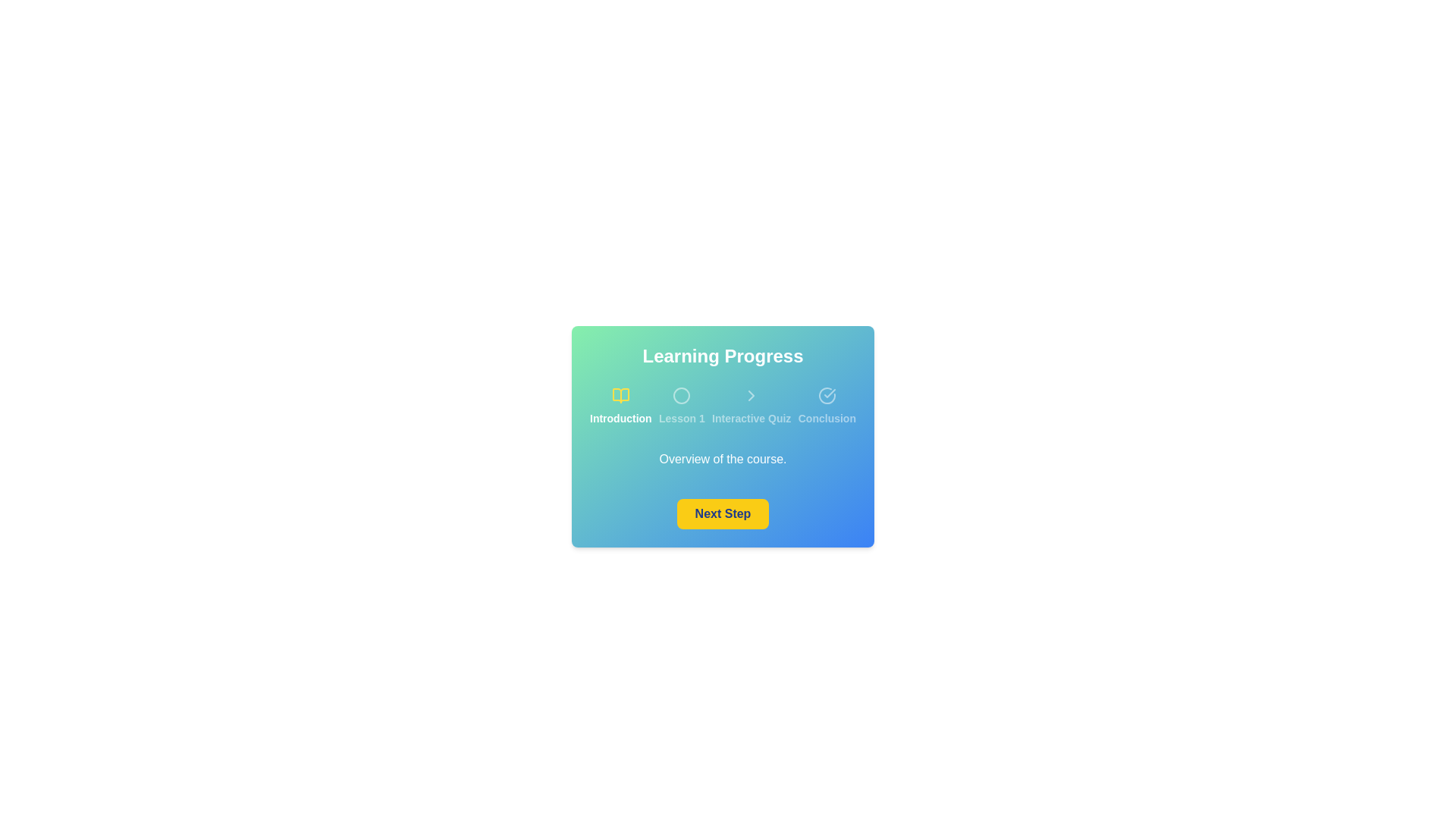  Describe the element at coordinates (680, 406) in the screenshot. I see `the second Progression step indicator labeled 'Lesson 1' located within the 'Learning Progress' section` at that location.